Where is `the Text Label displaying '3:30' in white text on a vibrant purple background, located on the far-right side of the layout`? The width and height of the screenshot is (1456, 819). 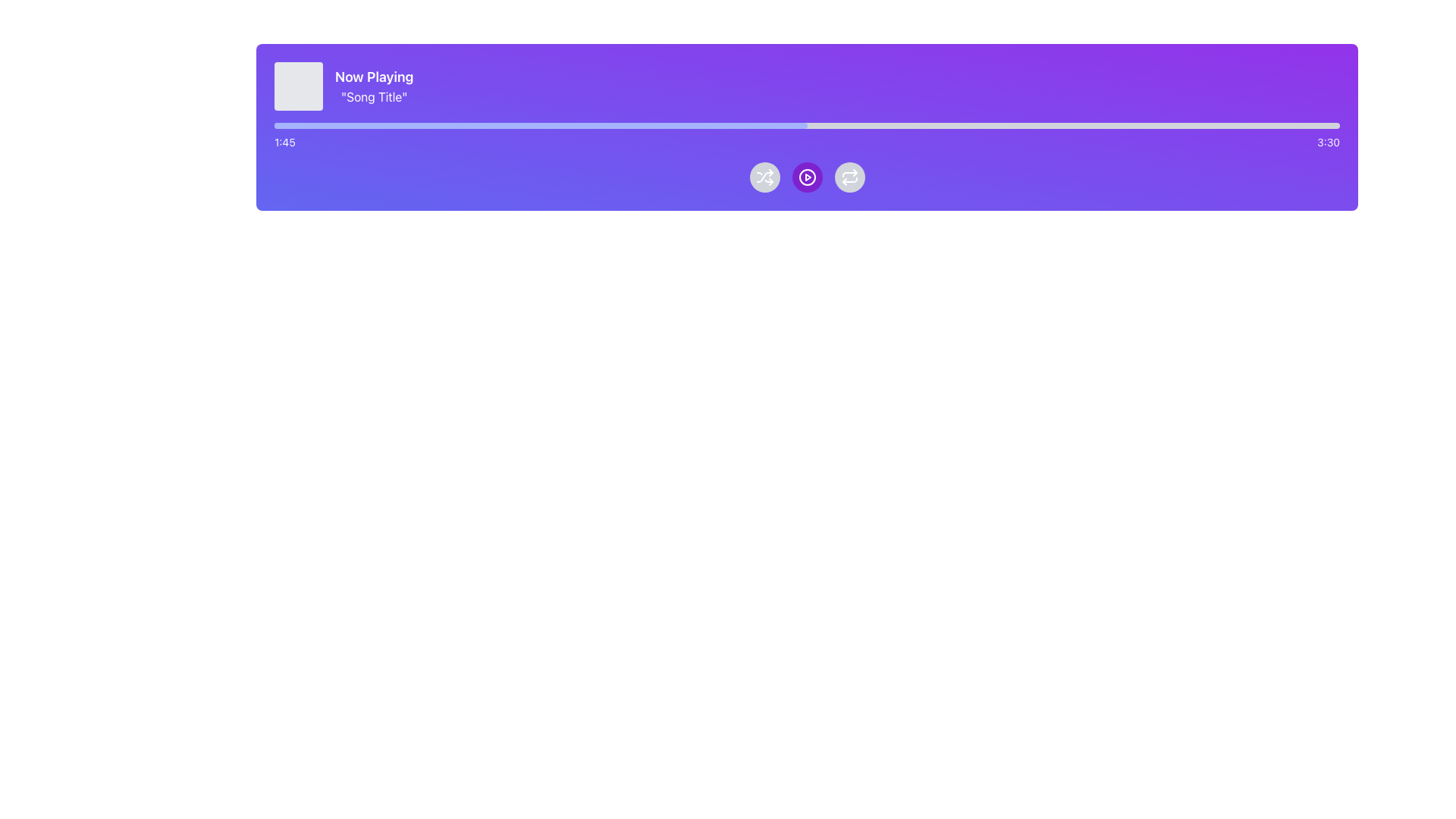
the Text Label displaying '3:30' in white text on a vibrant purple background, located on the far-right side of the layout is located at coordinates (1328, 143).